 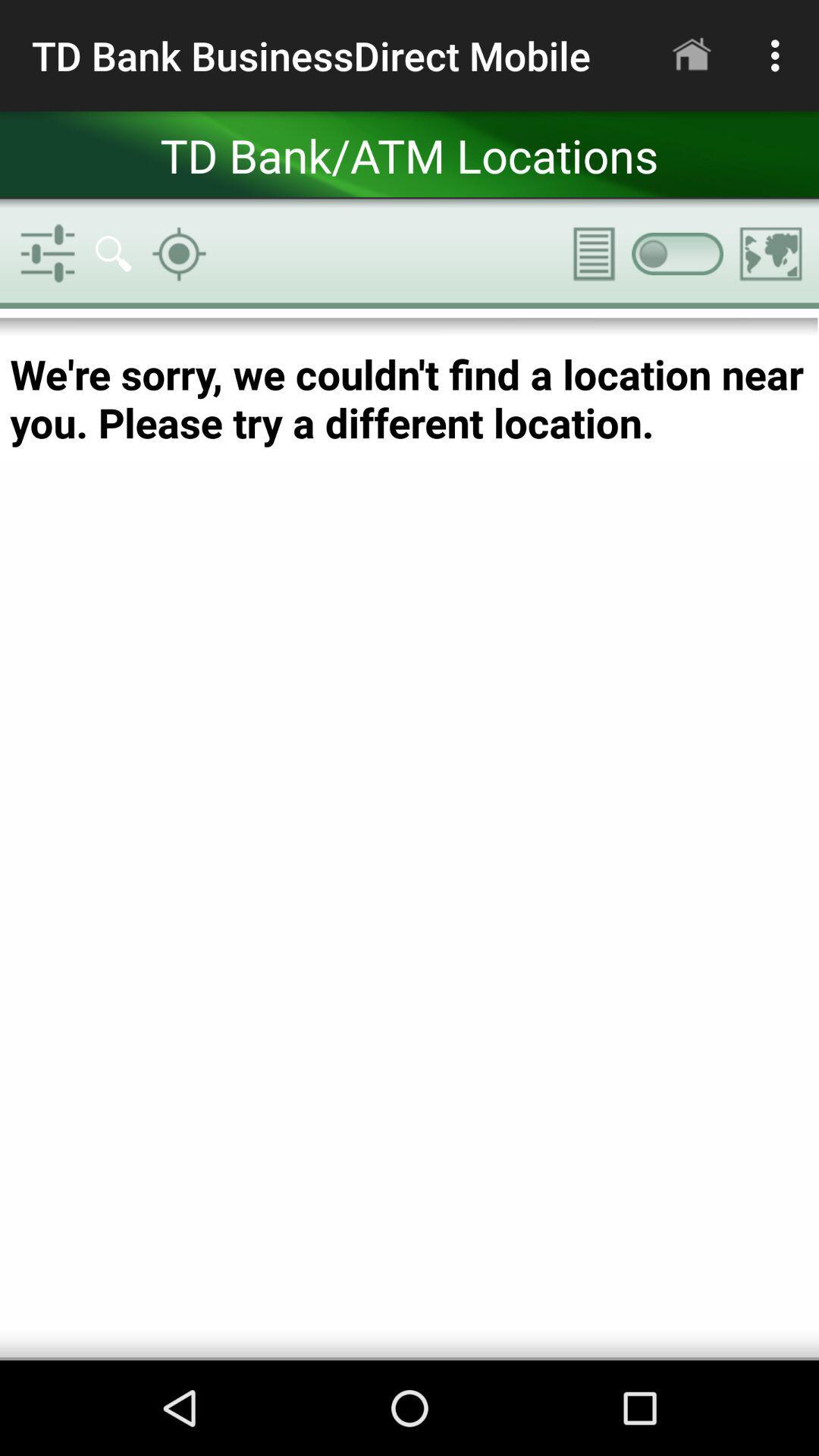 What do you see at coordinates (583, 253) in the screenshot?
I see `the description icon` at bounding box center [583, 253].